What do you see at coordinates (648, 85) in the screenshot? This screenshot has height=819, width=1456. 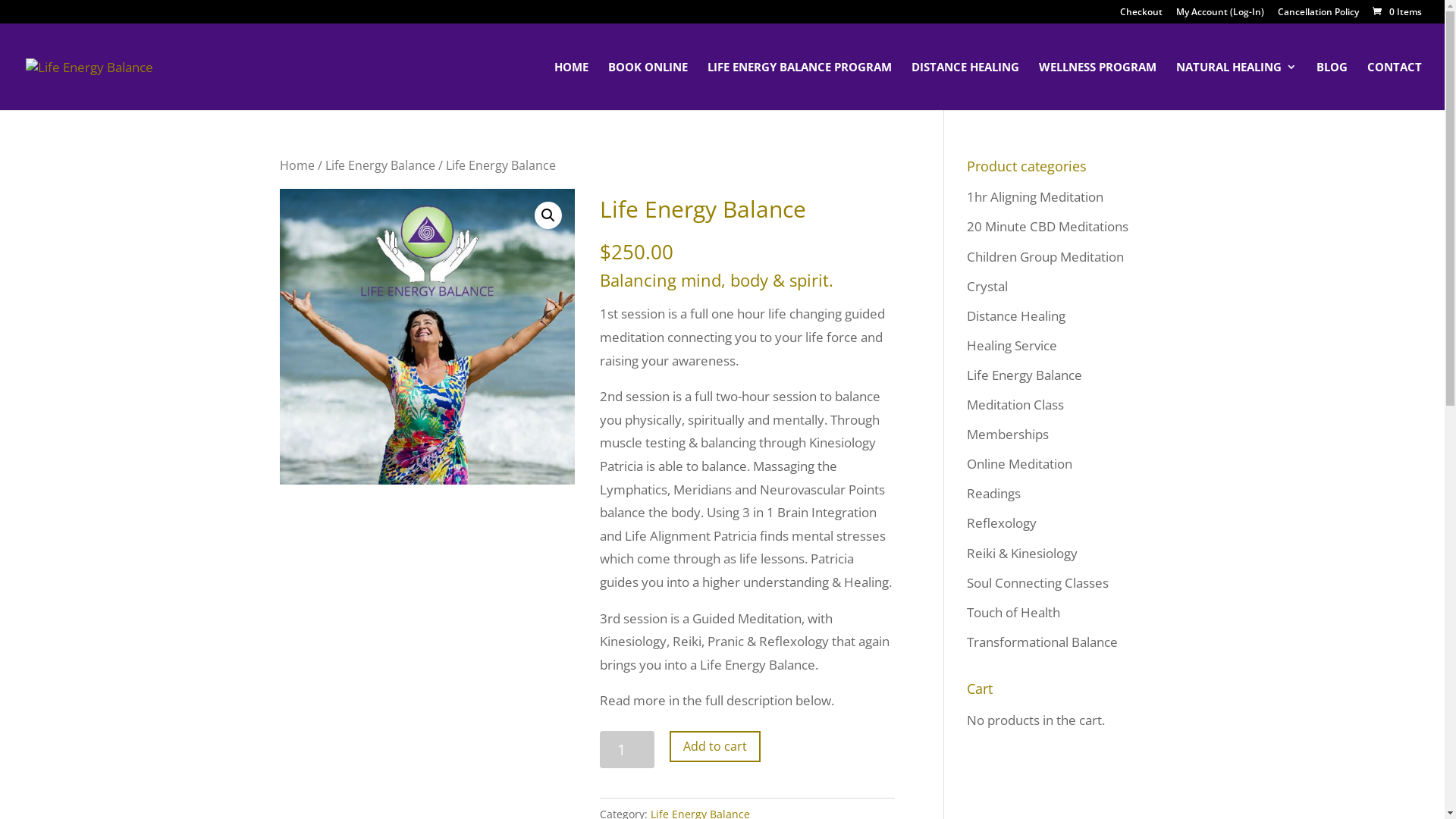 I see `'BOOK ONLINE'` at bounding box center [648, 85].